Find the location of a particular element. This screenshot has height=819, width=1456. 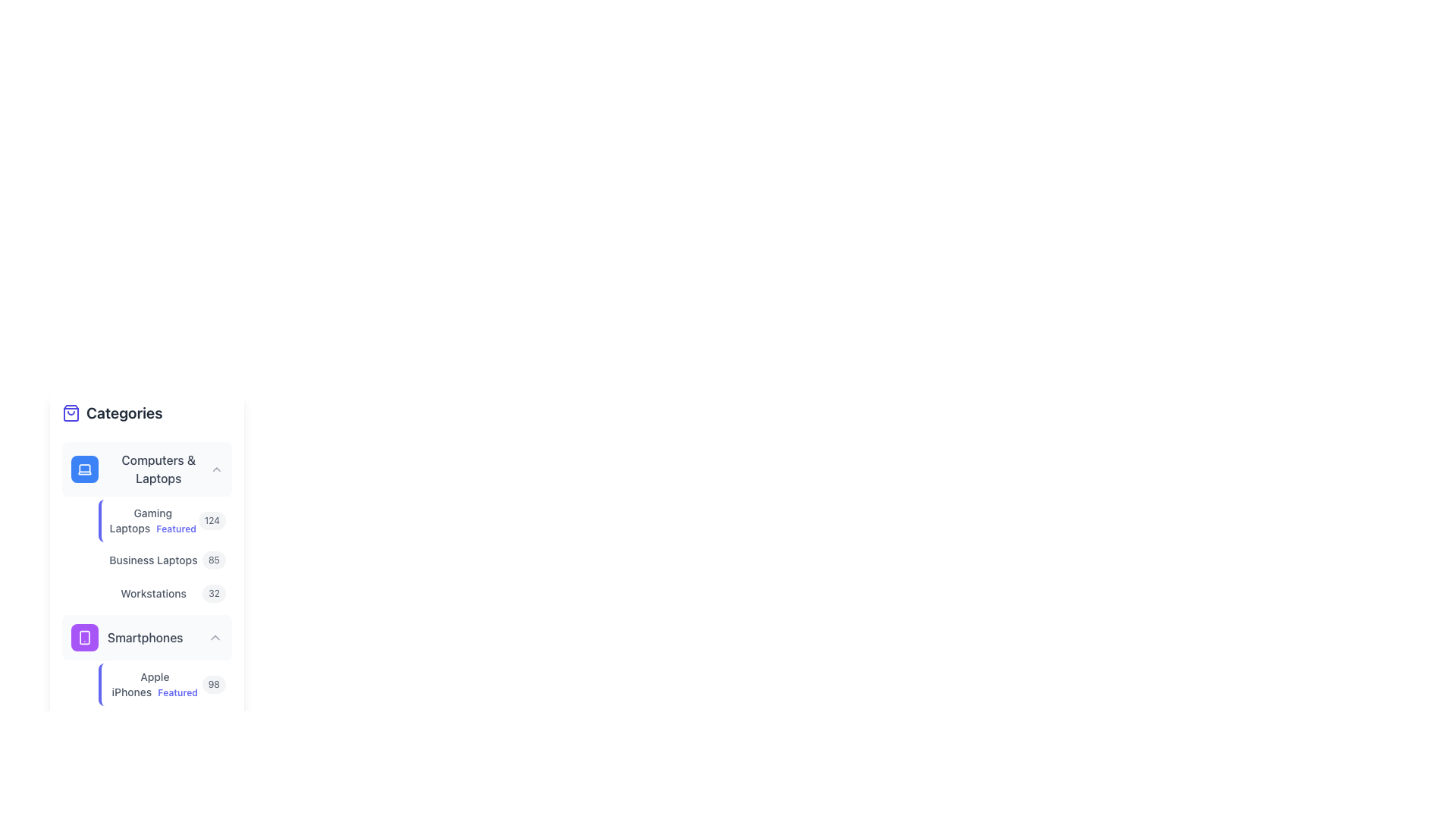

text content of the descriptive label for the 'Computers & Laptops' category located in the left panel under 'Categories' is located at coordinates (158, 468).